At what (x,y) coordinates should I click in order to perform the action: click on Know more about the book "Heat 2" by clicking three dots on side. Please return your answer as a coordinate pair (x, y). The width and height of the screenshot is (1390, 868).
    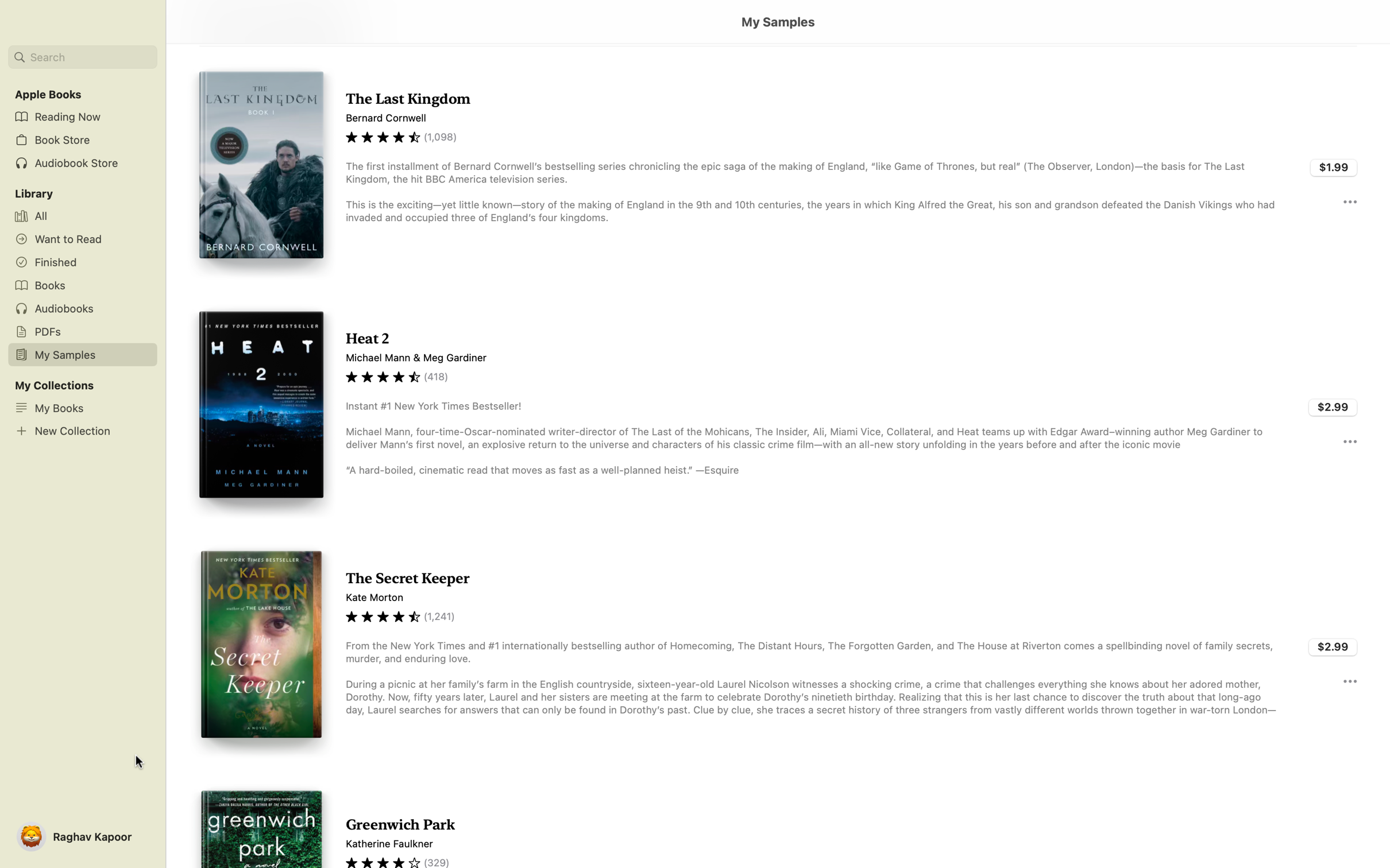
    Looking at the image, I should click on (1349, 441).